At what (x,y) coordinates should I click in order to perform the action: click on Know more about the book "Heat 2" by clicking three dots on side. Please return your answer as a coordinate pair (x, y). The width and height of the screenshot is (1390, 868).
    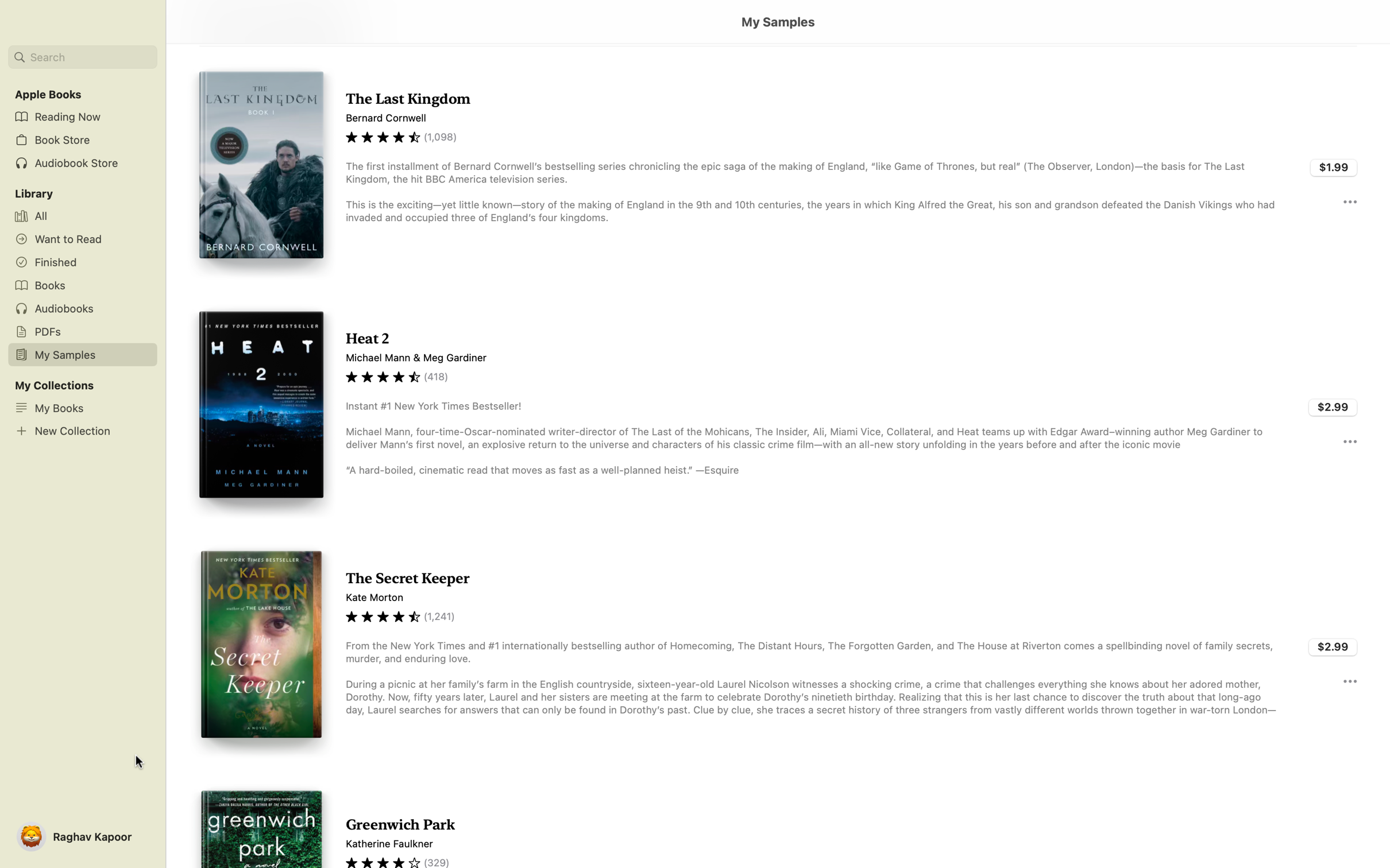
    Looking at the image, I should click on (1349, 441).